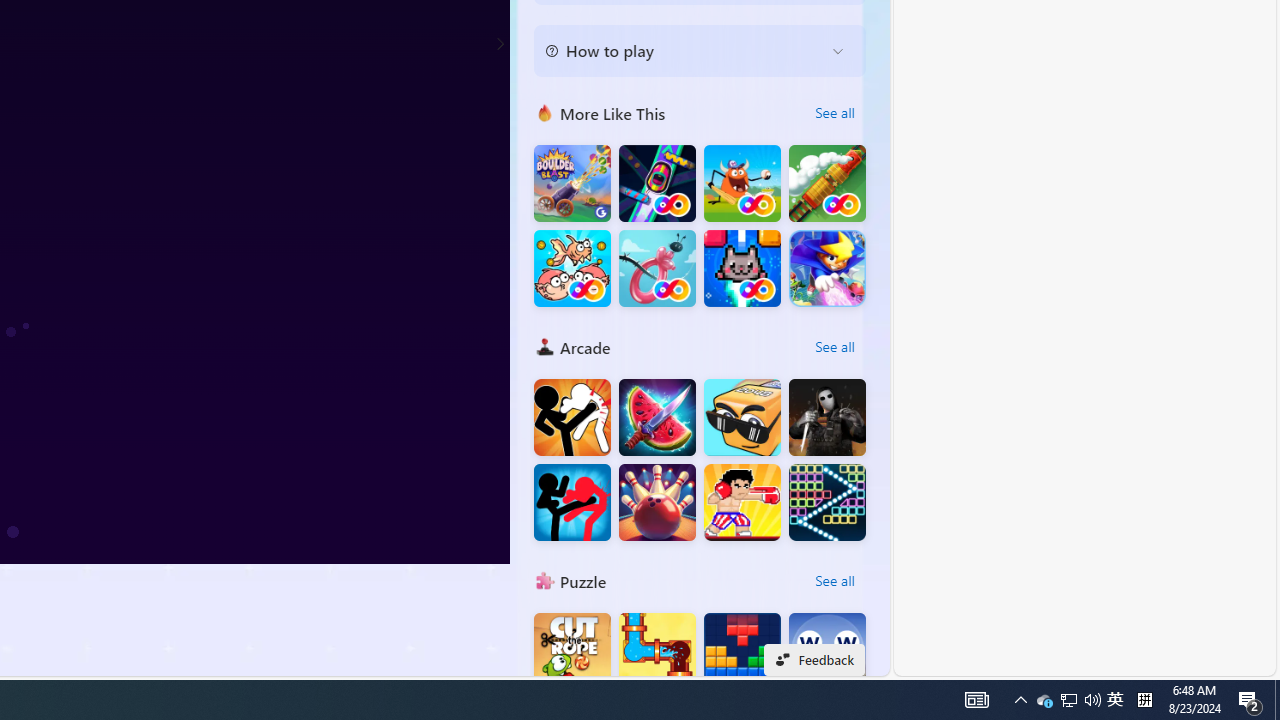 This screenshot has height=720, width=1280. I want to click on 'Super Bowling Mania', so click(657, 501).